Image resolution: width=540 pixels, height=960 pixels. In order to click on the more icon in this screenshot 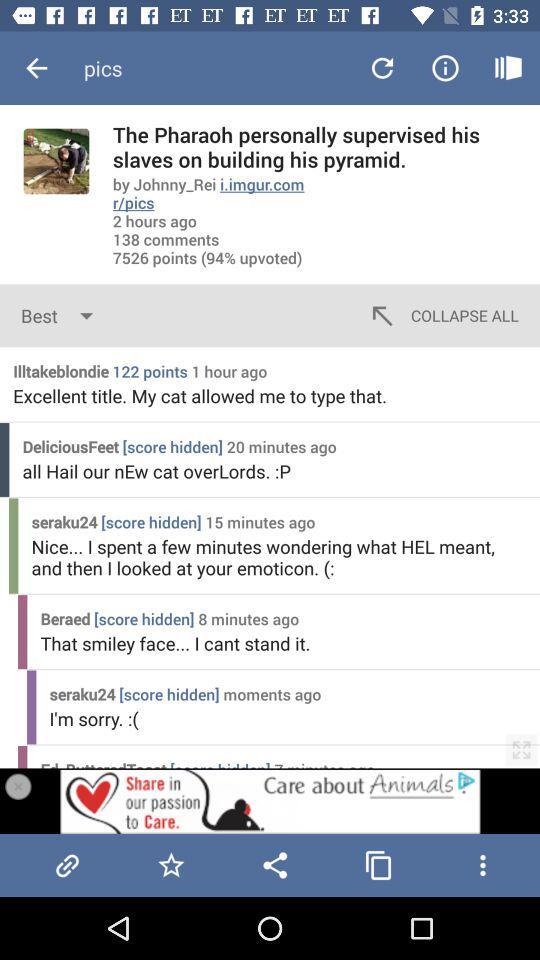, I will do `click(481, 864)`.